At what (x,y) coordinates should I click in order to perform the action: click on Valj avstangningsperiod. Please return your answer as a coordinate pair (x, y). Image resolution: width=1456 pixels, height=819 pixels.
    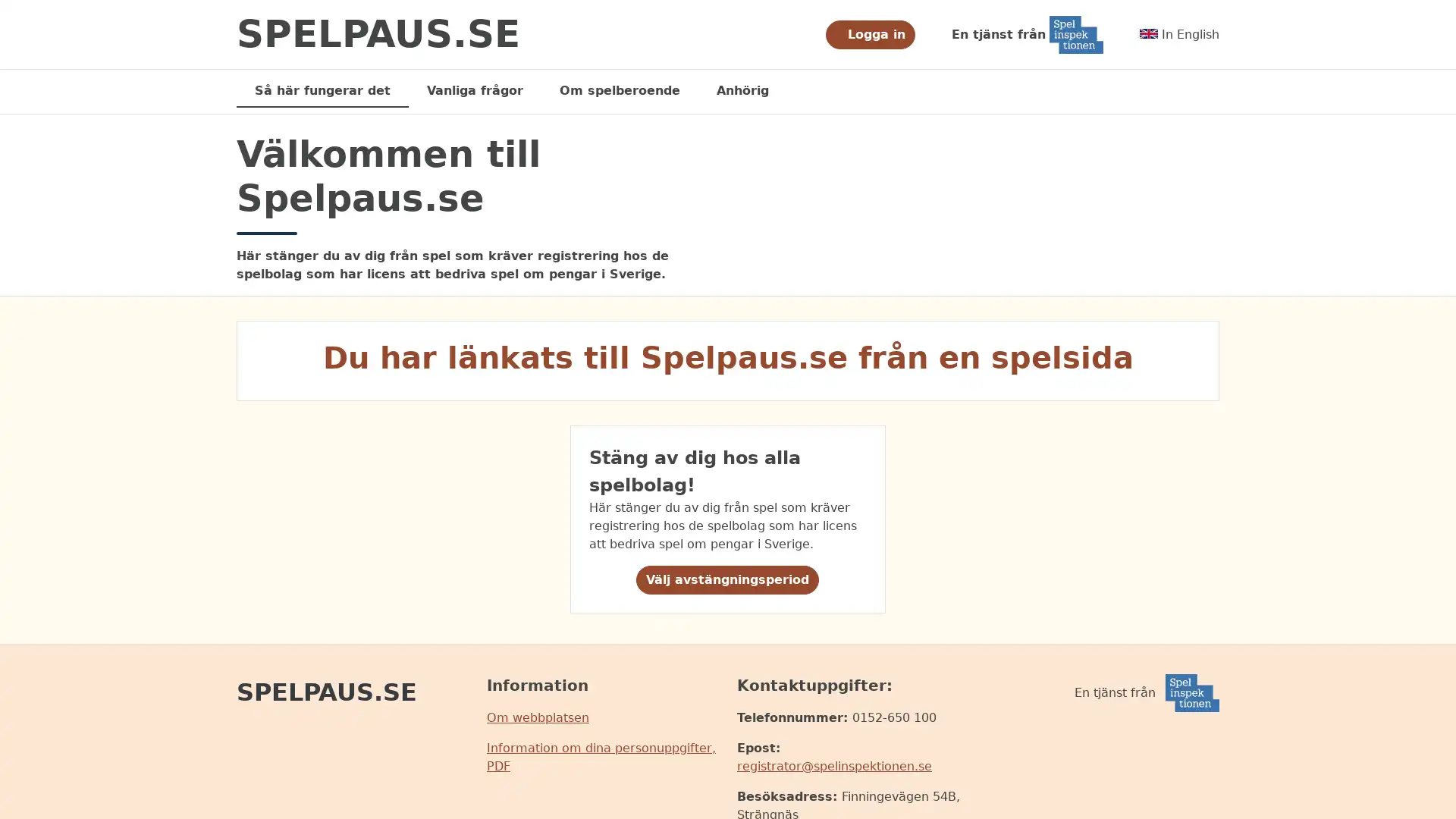
    Looking at the image, I should click on (726, 579).